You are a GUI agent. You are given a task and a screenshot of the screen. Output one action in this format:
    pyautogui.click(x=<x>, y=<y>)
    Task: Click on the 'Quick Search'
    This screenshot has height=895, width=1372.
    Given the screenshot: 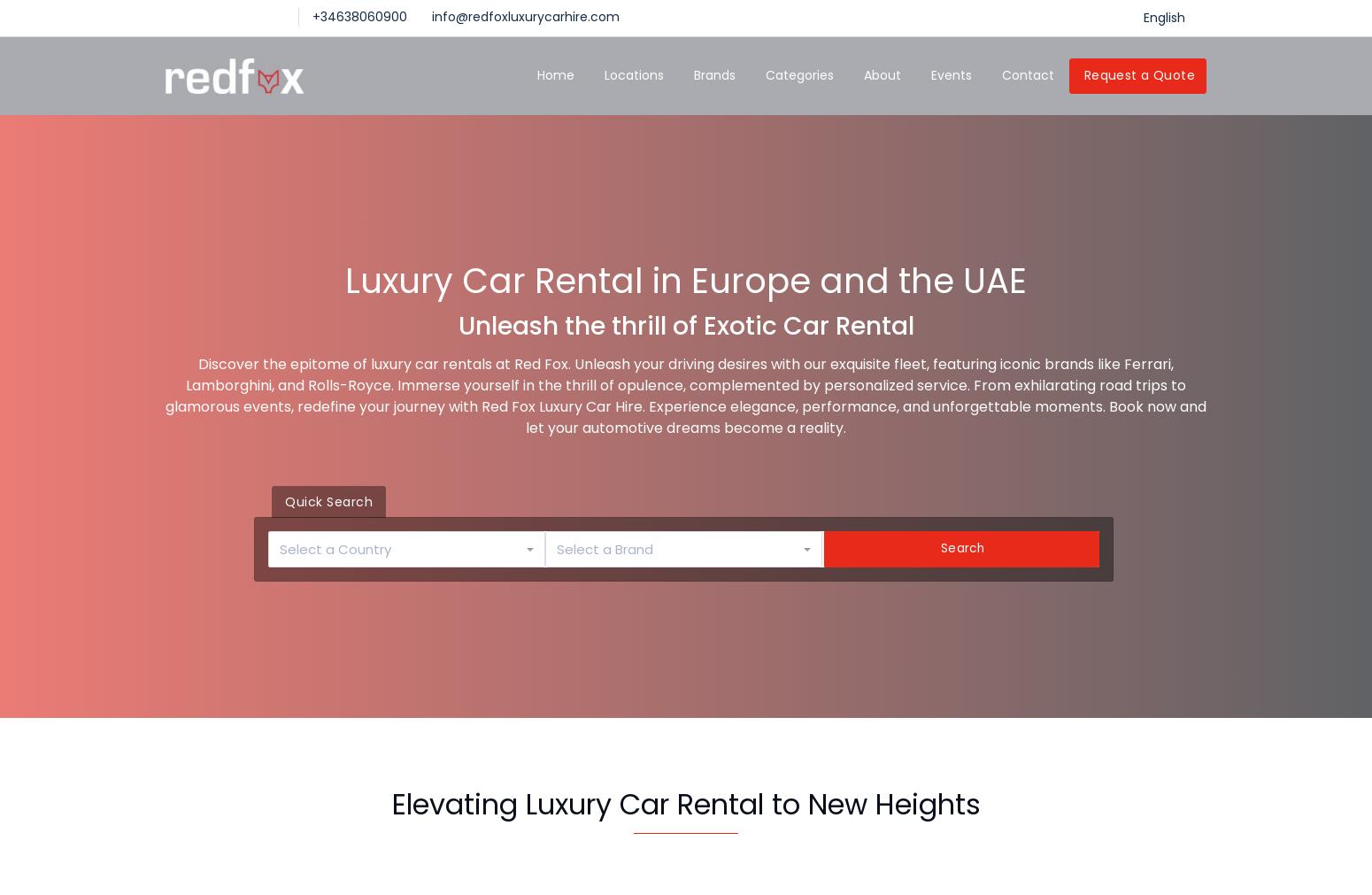 What is the action you would take?
    pyautogui.click(x=328, y=501)
    